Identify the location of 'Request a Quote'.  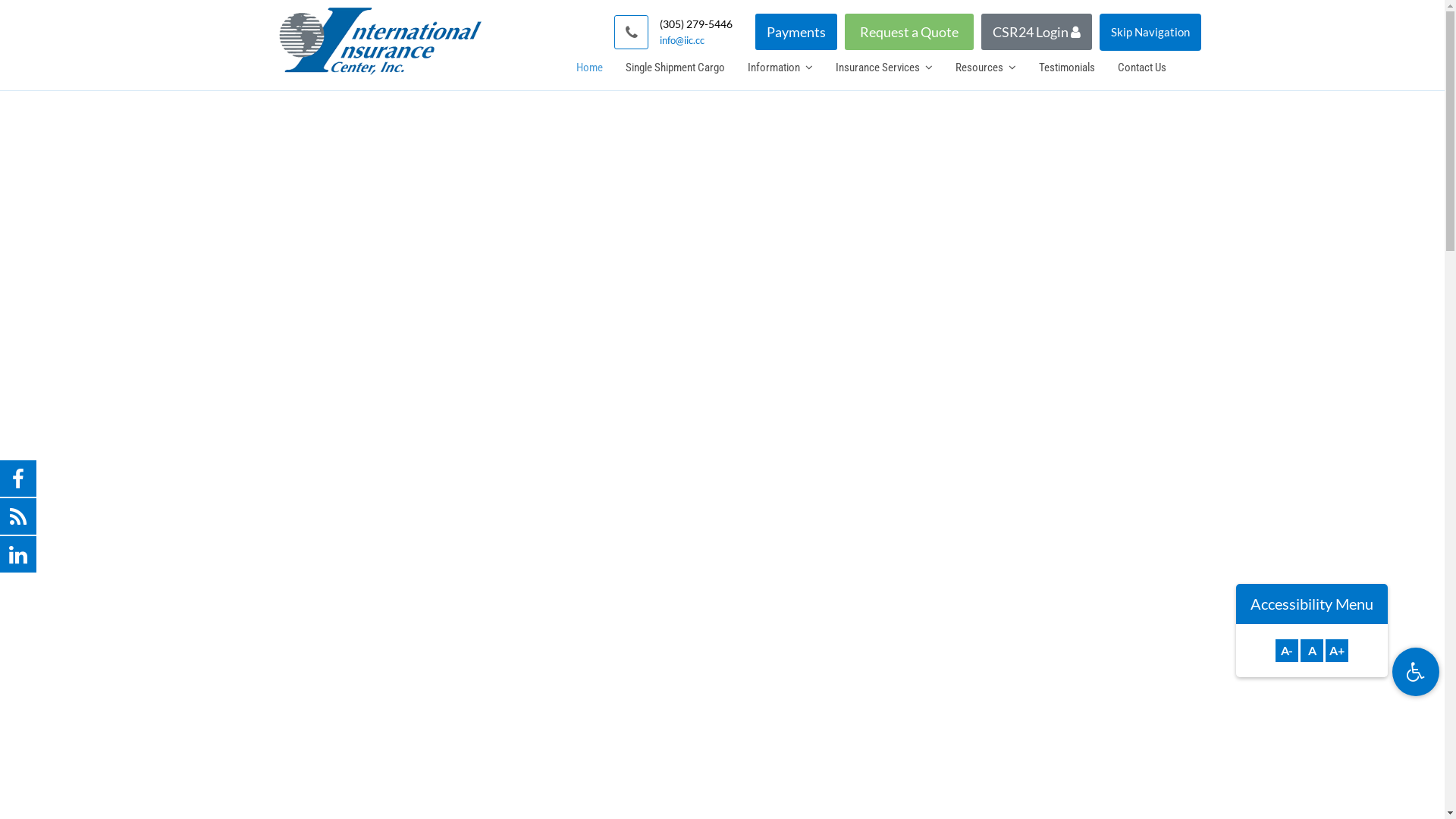
(909, 32).